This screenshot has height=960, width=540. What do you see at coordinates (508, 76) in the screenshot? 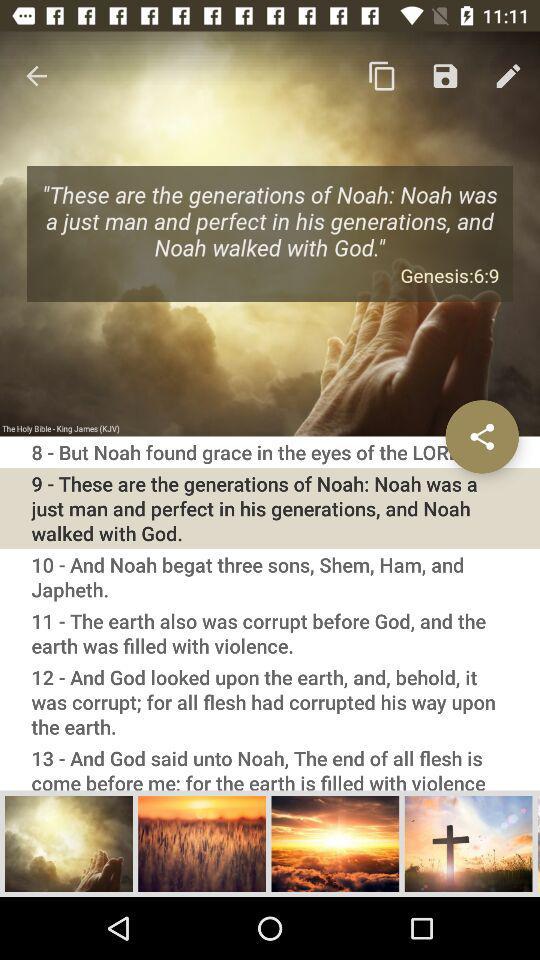
I see `the edit tool option on the top right of the page` at bounding box center [508, 76].